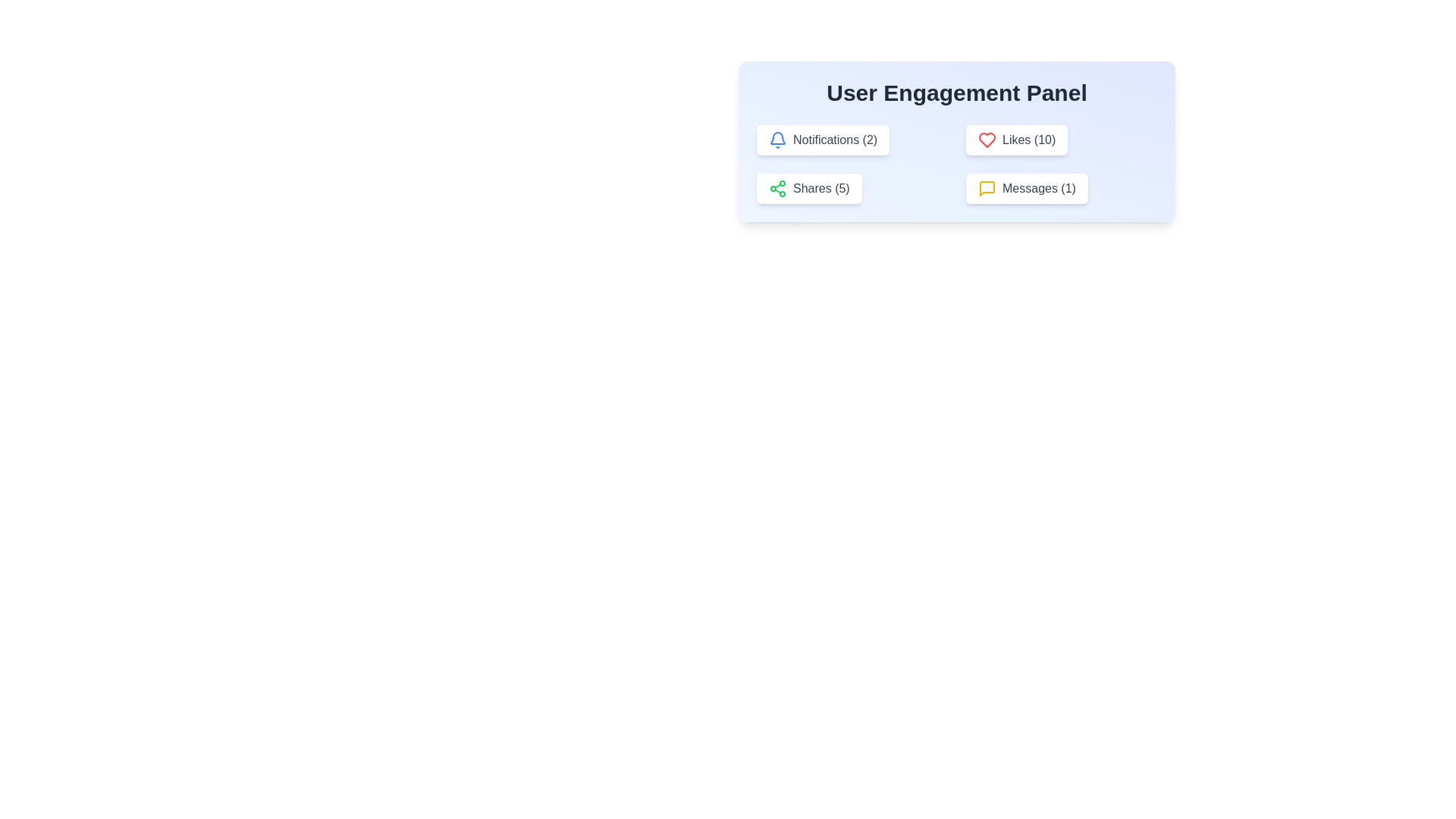 The width and height of the screenshot is (1456, 819). I want to click on the Button that provides a count of '5' and access to shares or shared items, located below the 'Notifications (2)' element and to the left of the 'Messages (1)' element, so click(852, 188).